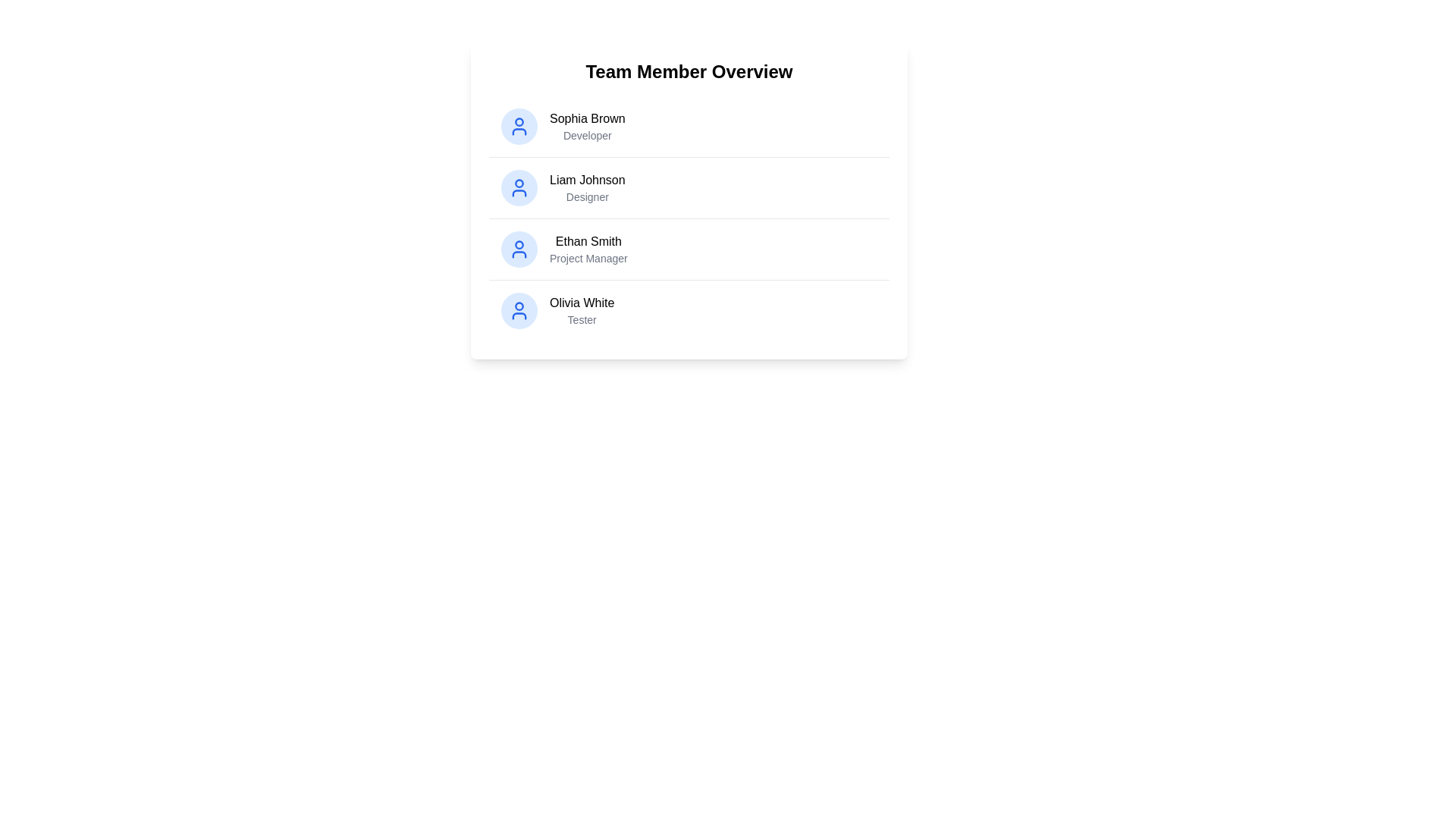 Image resolution: width=1456 pixels, height=819 pixels. Describe the element at coordinates (586, 196) in the screenshot. I see `the text label displaying 'Designer', which is styled in gray and located directly below 'Liam Johnson' in the team members list` at that location.